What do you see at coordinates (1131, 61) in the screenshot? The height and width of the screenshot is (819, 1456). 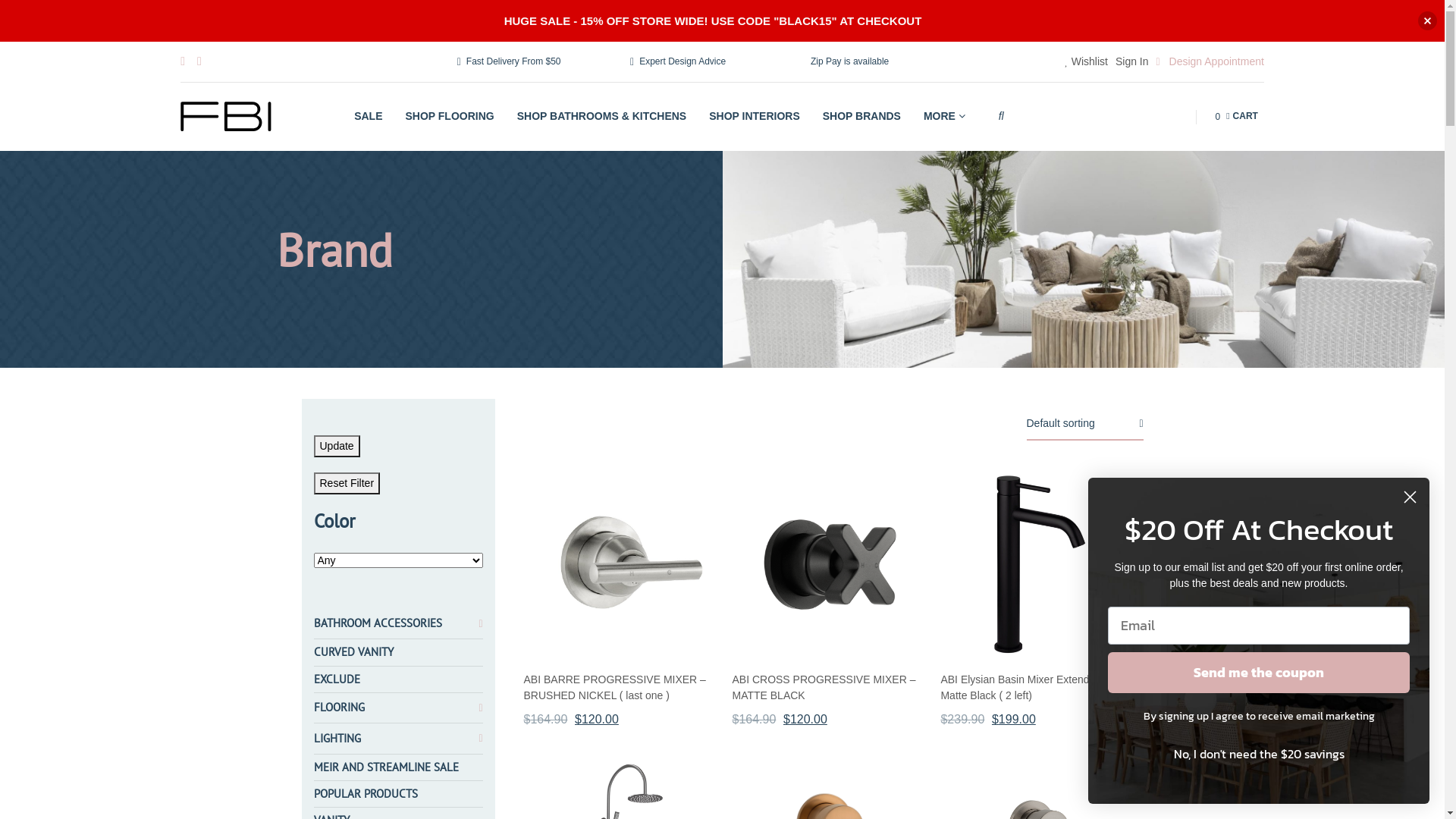 I see `'Sign In'` at bounding box center [1131, 61].